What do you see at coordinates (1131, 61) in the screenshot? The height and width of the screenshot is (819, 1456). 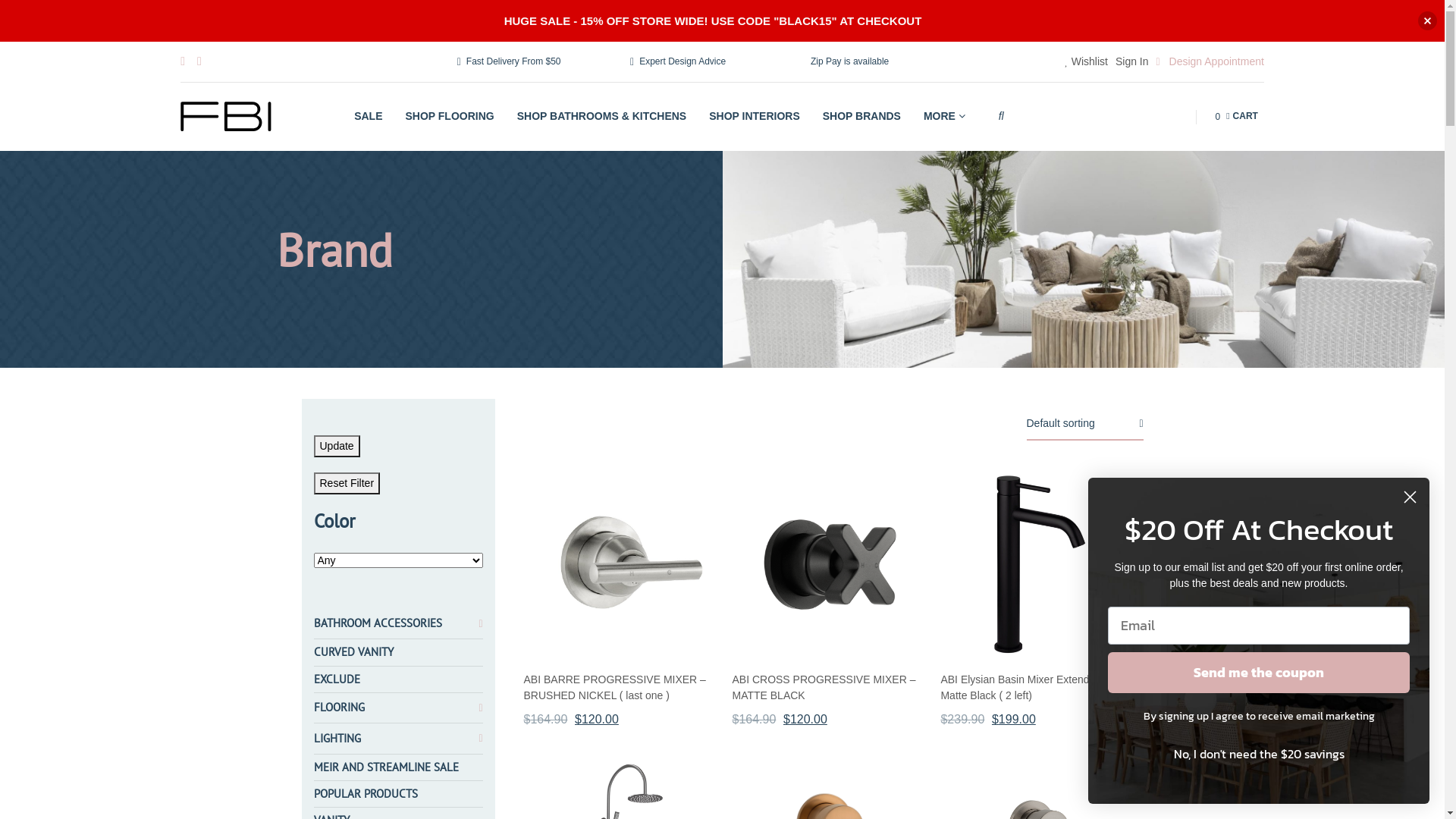 I see `'Sign In'` at bounding box center [1131, 61].